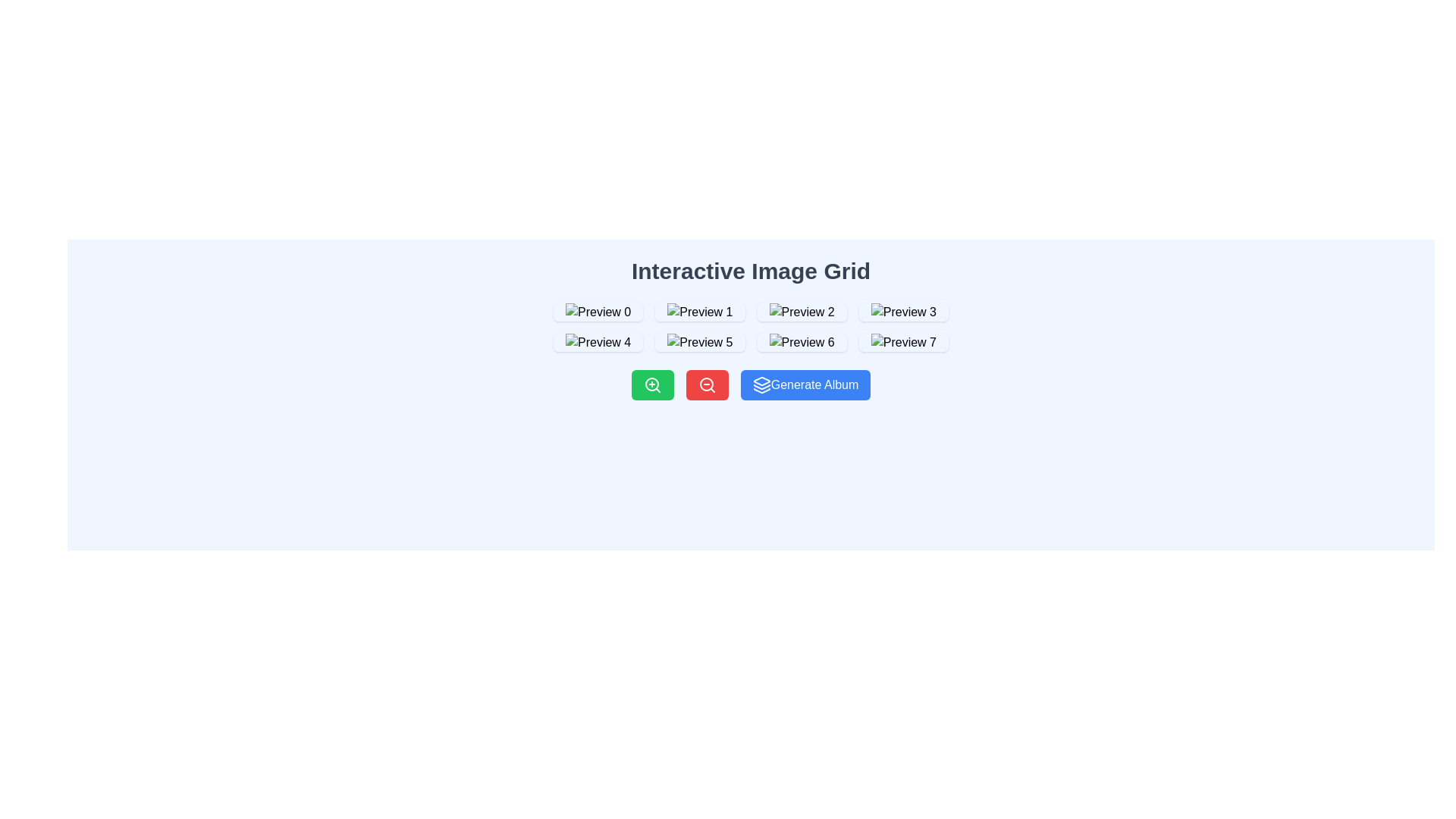  I want to click on the 'Zoom Out' icon located inside the red, rounded rectangular button positioned centrally below the row of image previews to zoom out, so click(706, 384).